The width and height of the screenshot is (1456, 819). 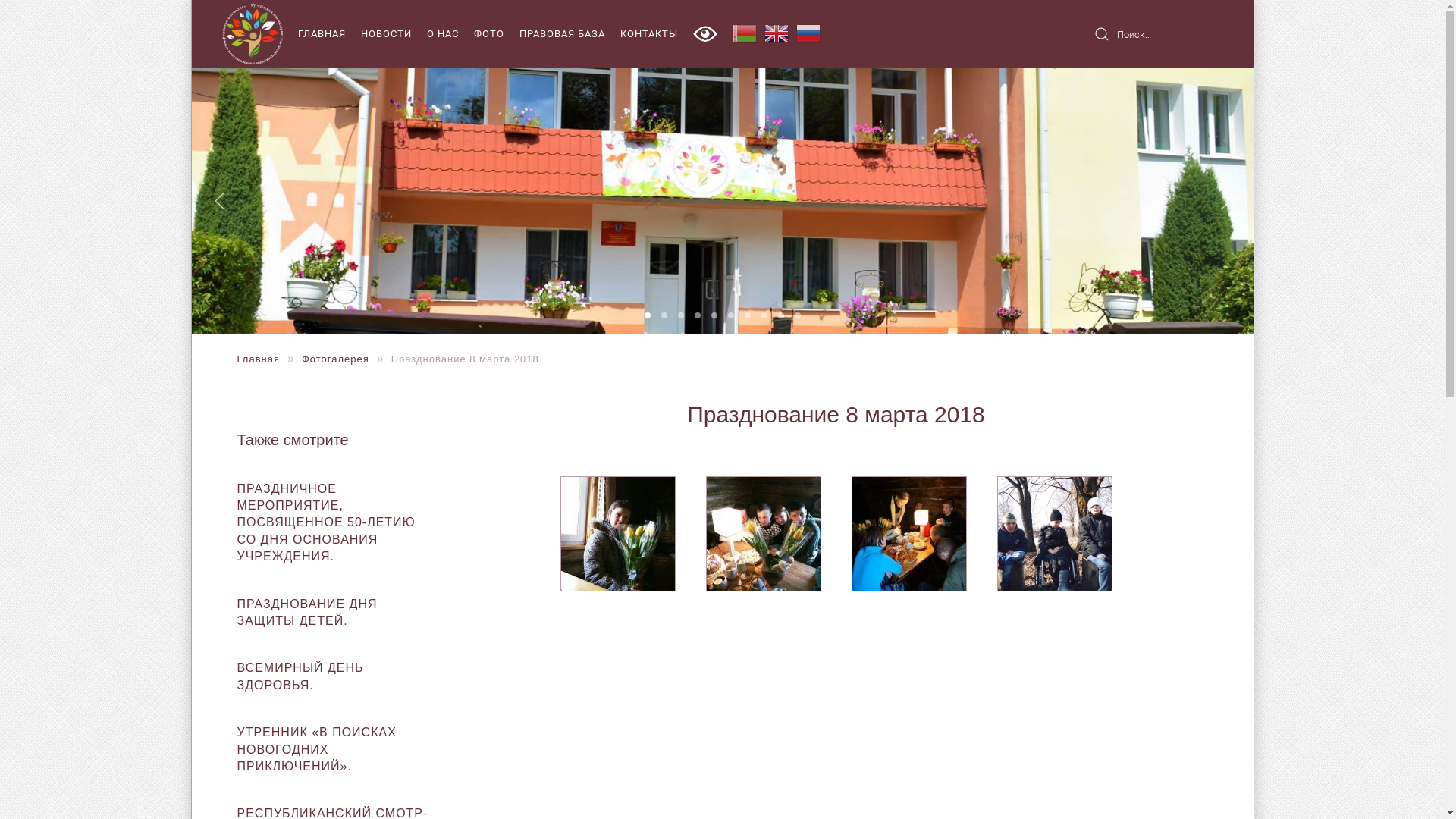 What do you see at coordinates (776, 42) in the screenshot?
I see `'English'` at bounding box center [776, 42].